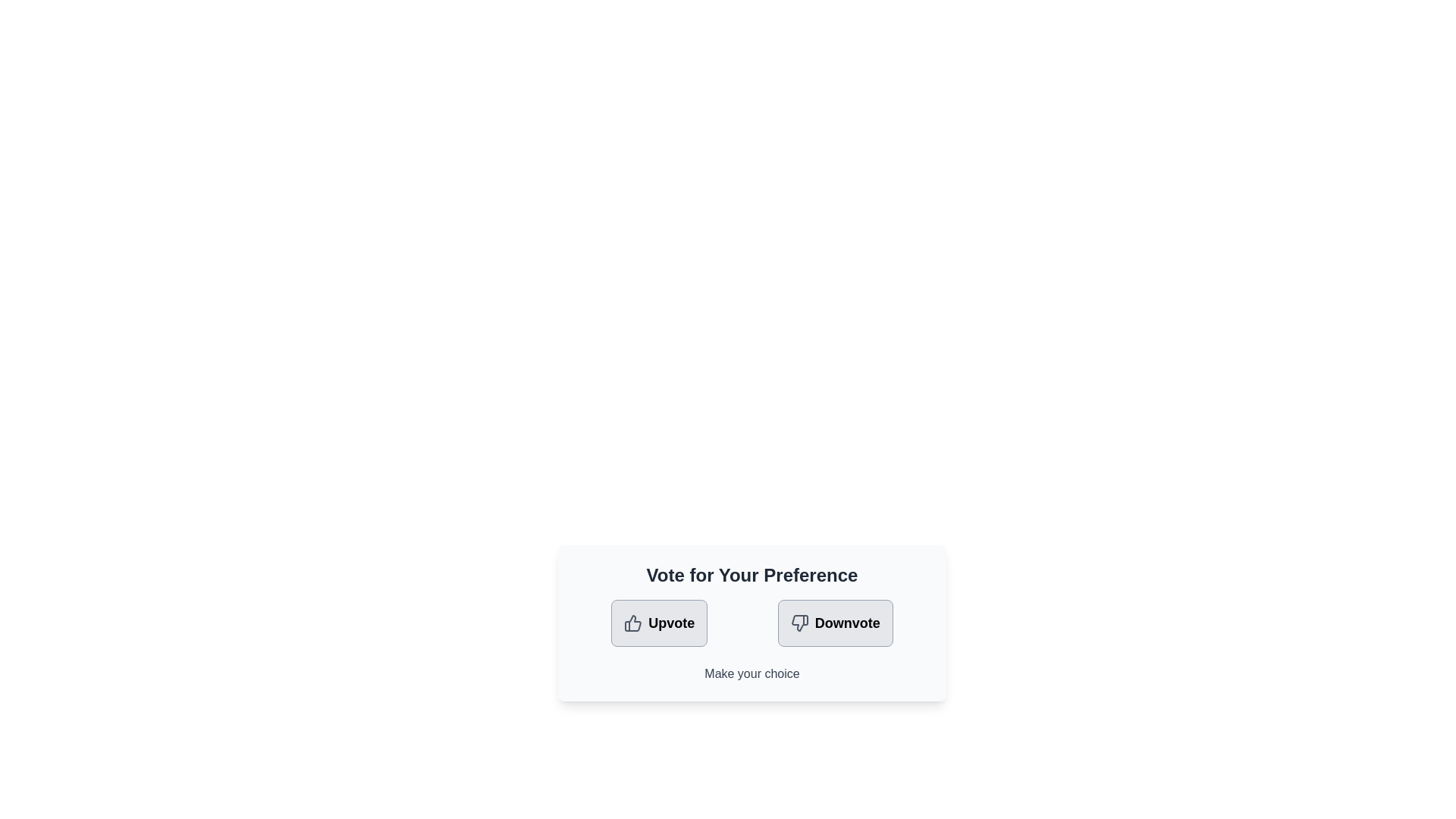 The image size is (1456, 819). I want to click on the thumbs-down icon, which is styled gray and located to the left of the 'Downvote' label, so click(799, 623).